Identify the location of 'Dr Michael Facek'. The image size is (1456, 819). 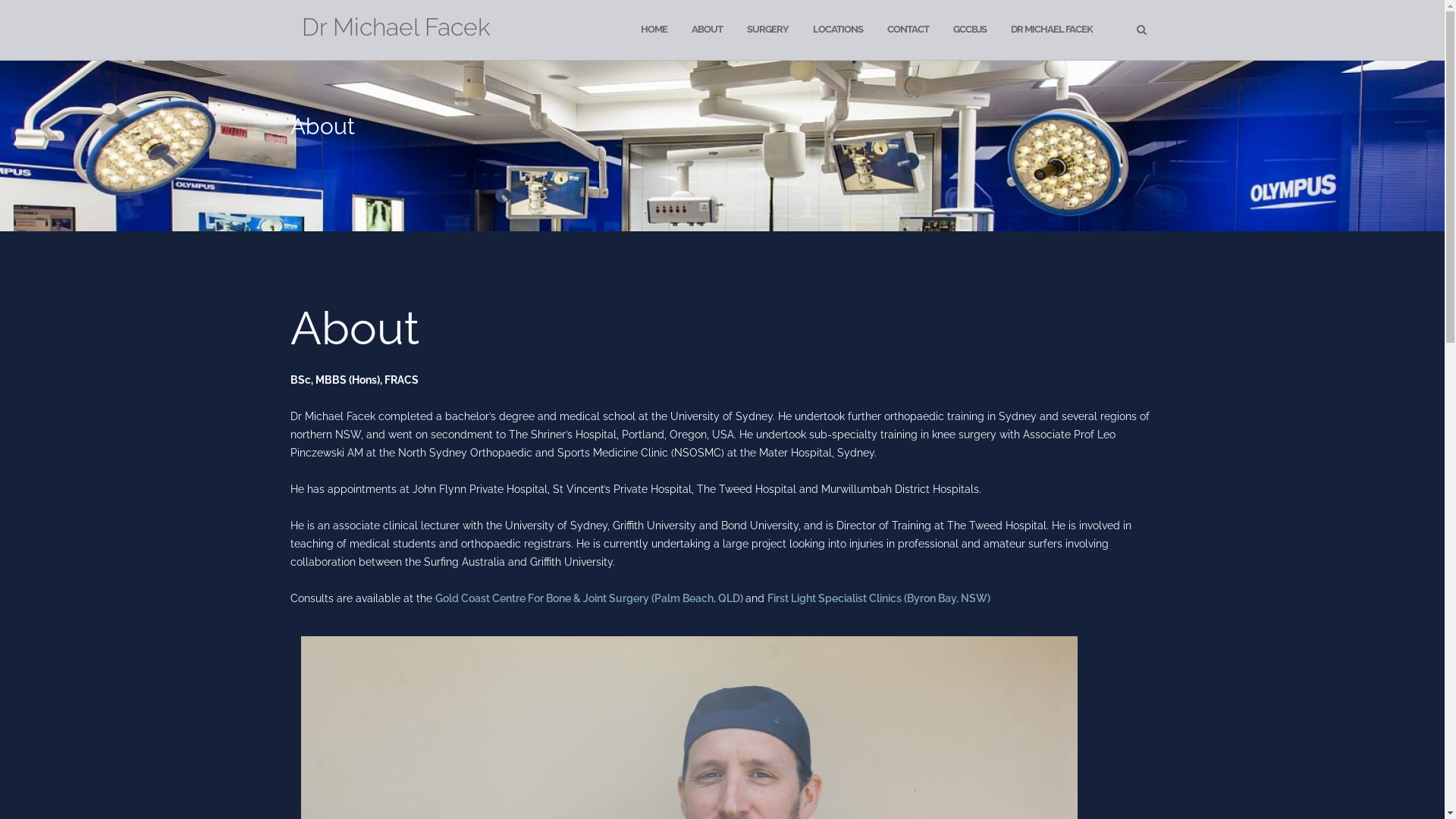
(302, 30).